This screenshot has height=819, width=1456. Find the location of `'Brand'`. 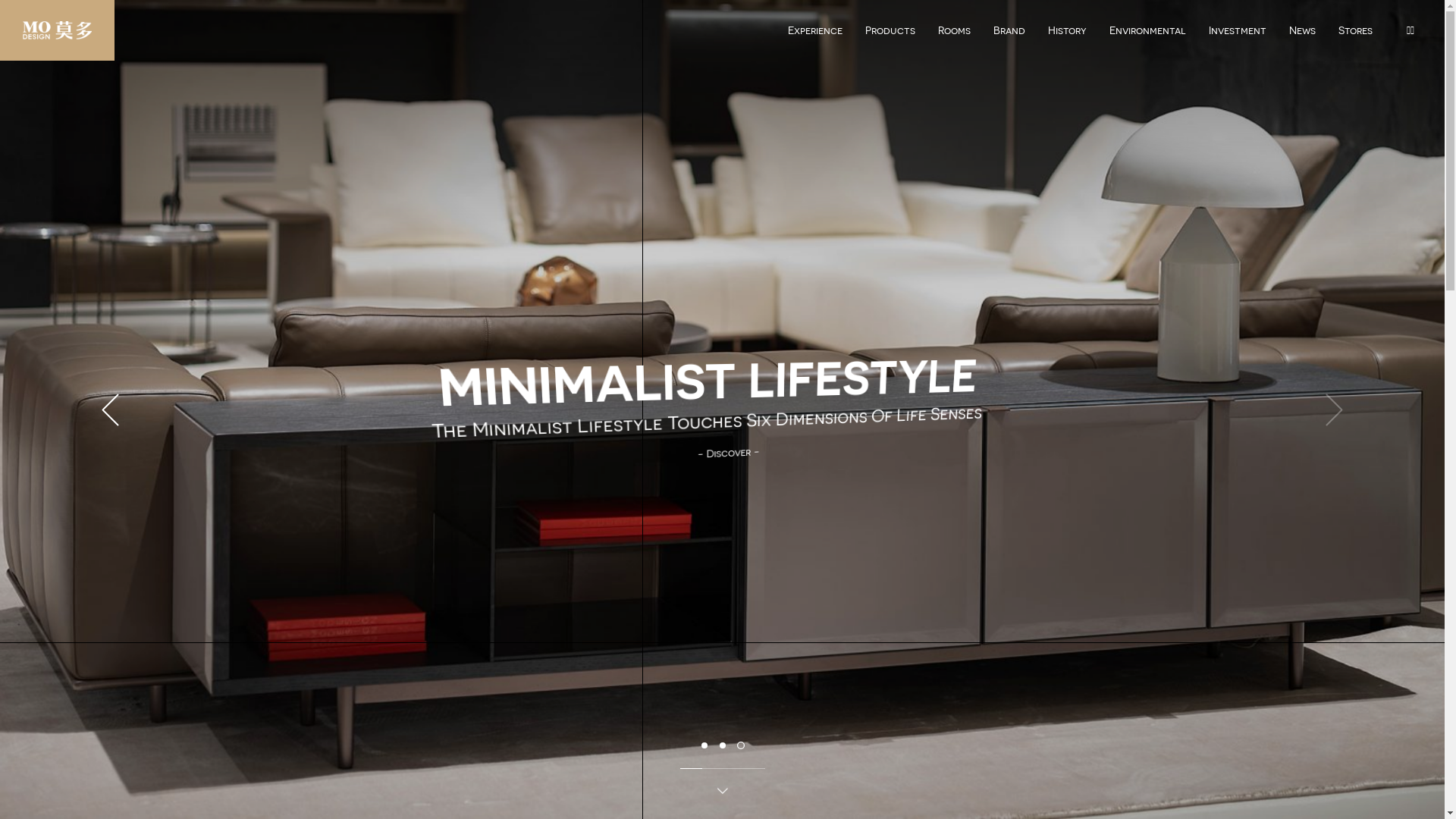

'Brand' is located at coordinates (1009, 25).